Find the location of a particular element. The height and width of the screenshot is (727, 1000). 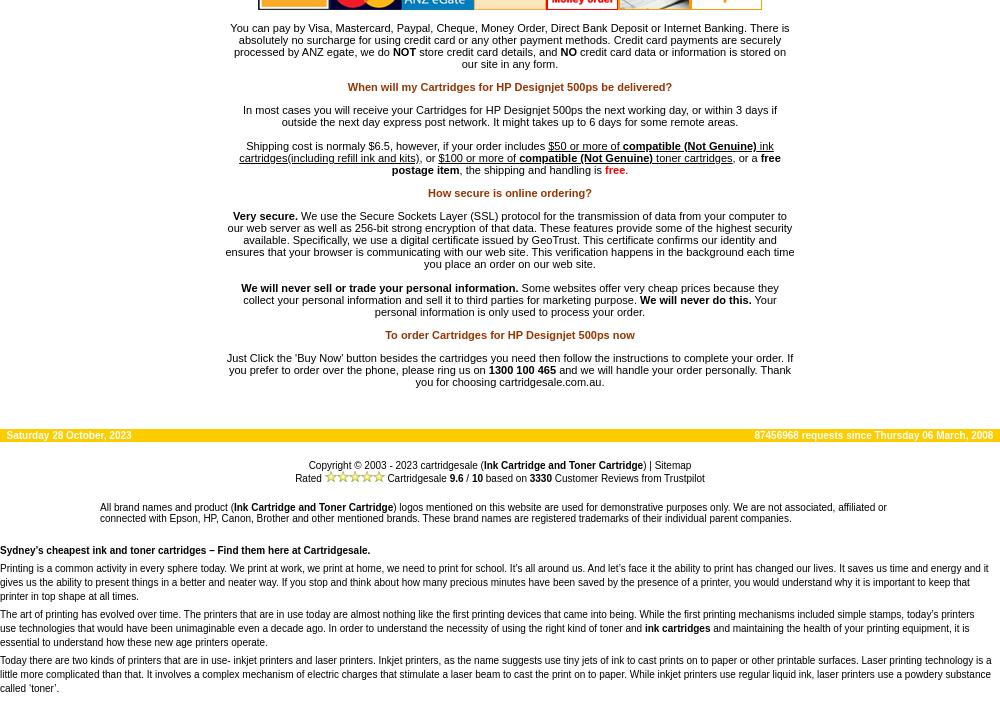

'store credit card details, and' is located at coordinates (487, 51).